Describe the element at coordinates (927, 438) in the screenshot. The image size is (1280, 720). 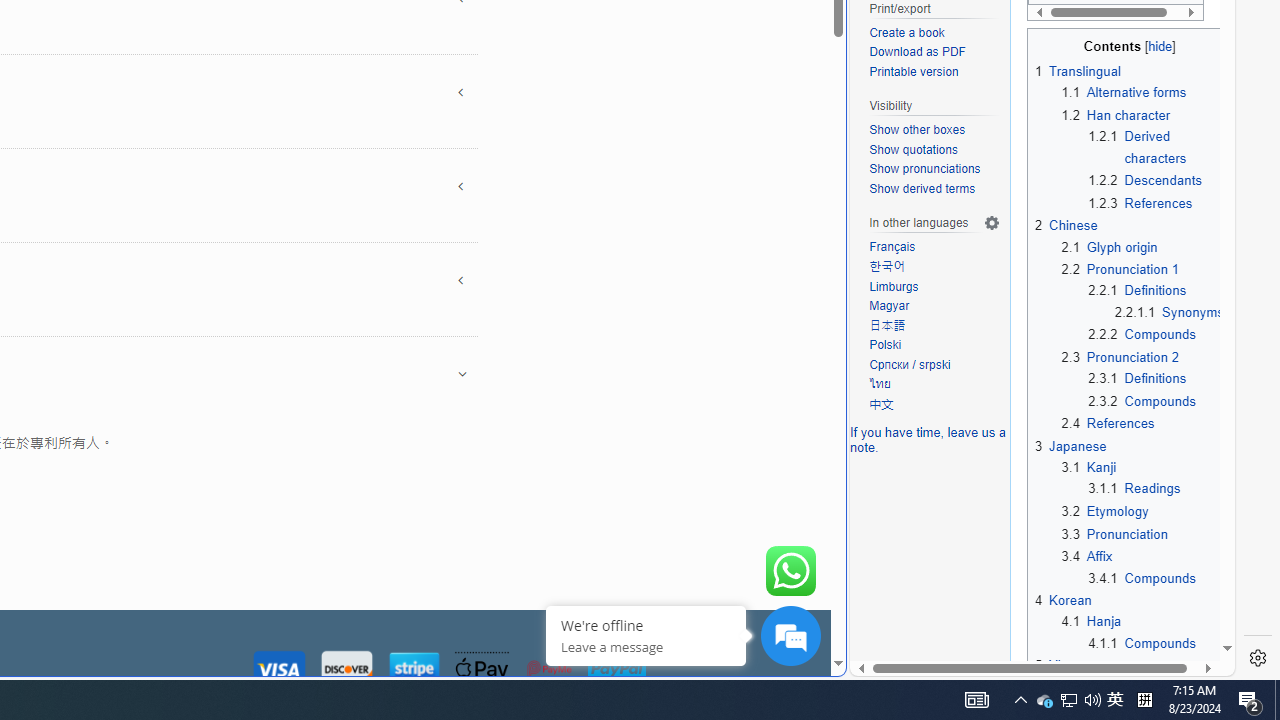
I see `'If you have time, leave us a note.'` at that location.